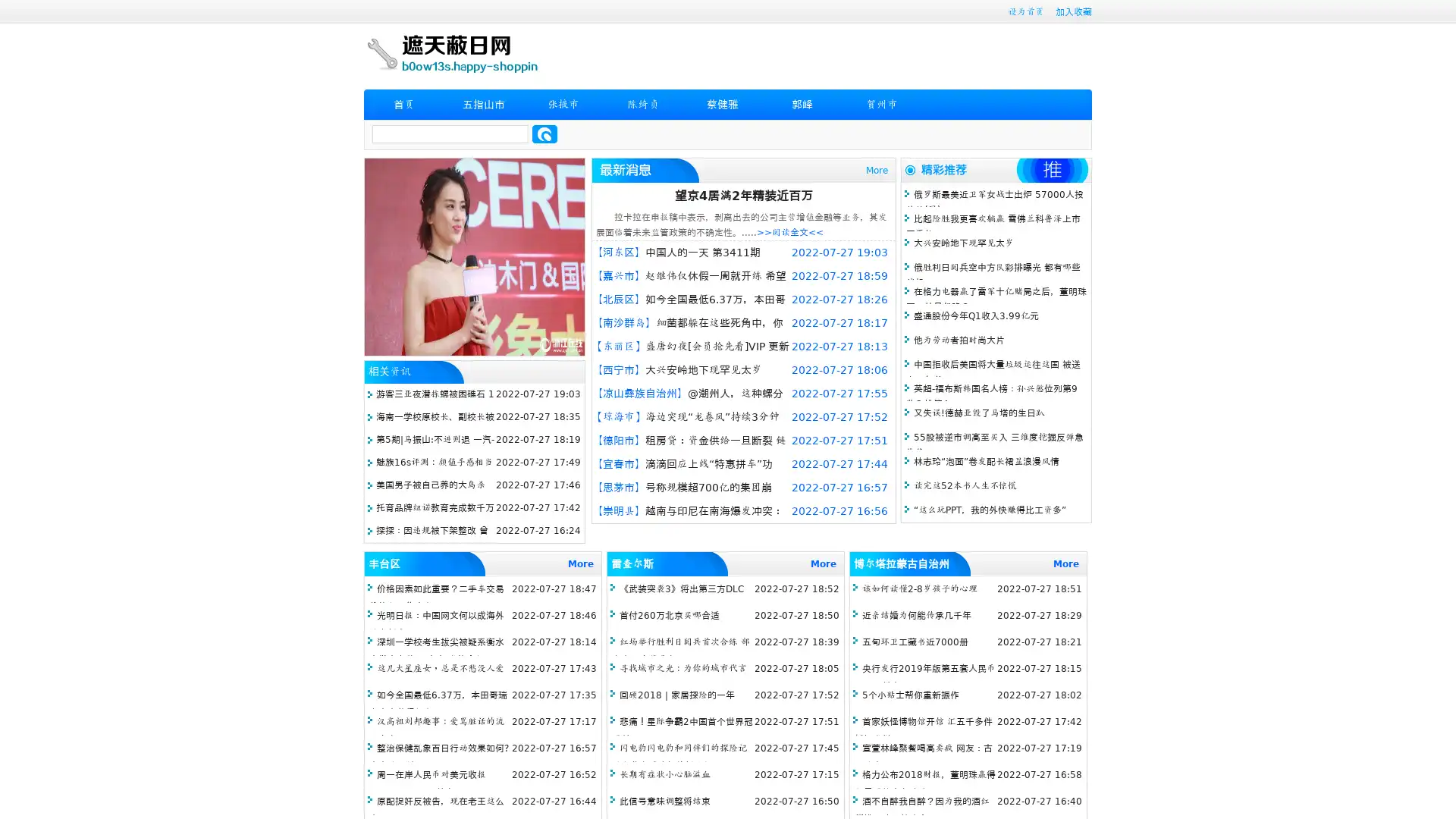 Image resolution: width=1456 pixels, height=819 pixels. What do you see at coordinates (544, 133) in the screenshot?
I see `Search` at bounding box center [544, 133].